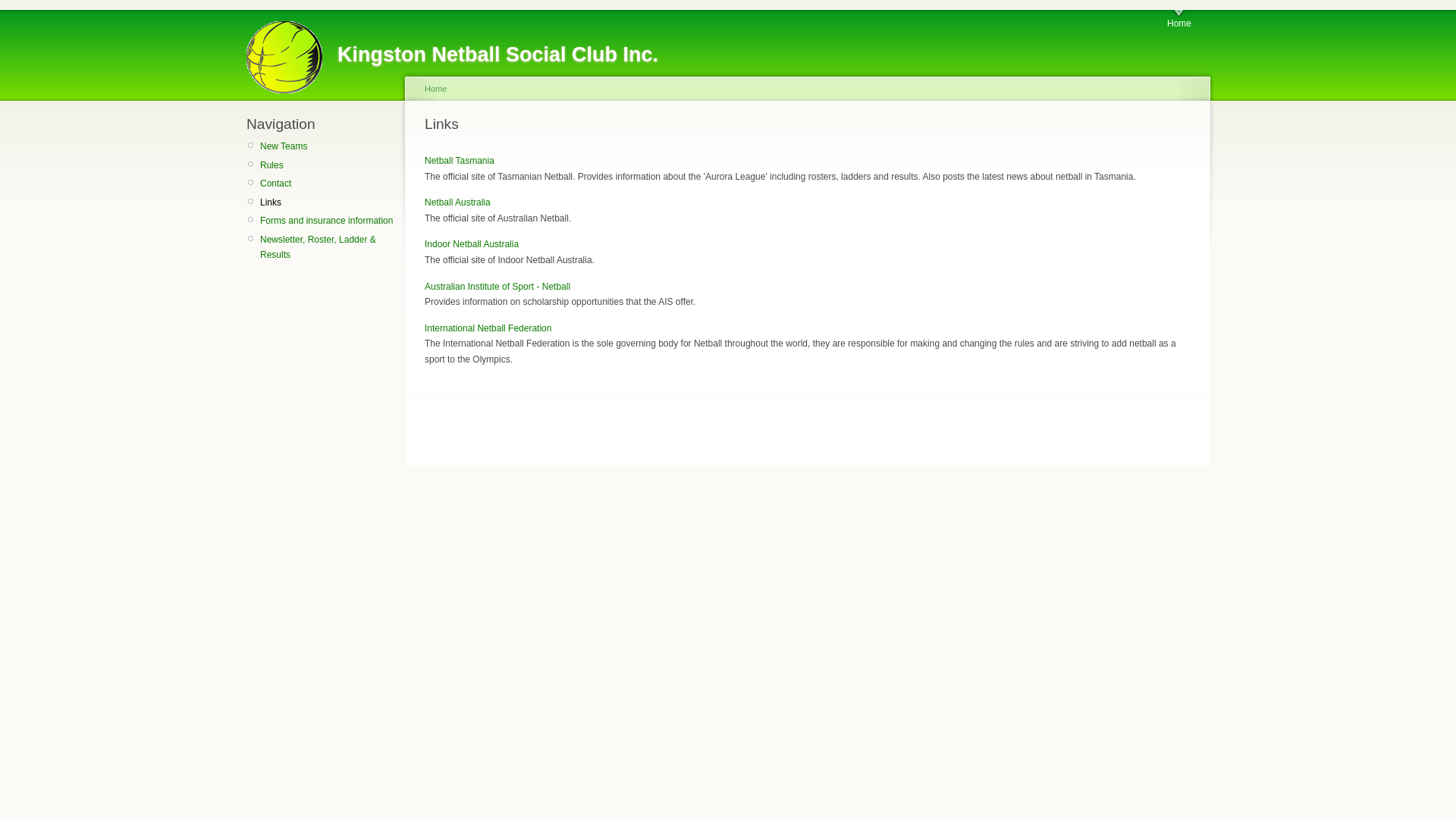  I want to click on 'Newsletter, Roster, Ladder & Results', so click(326, 246).